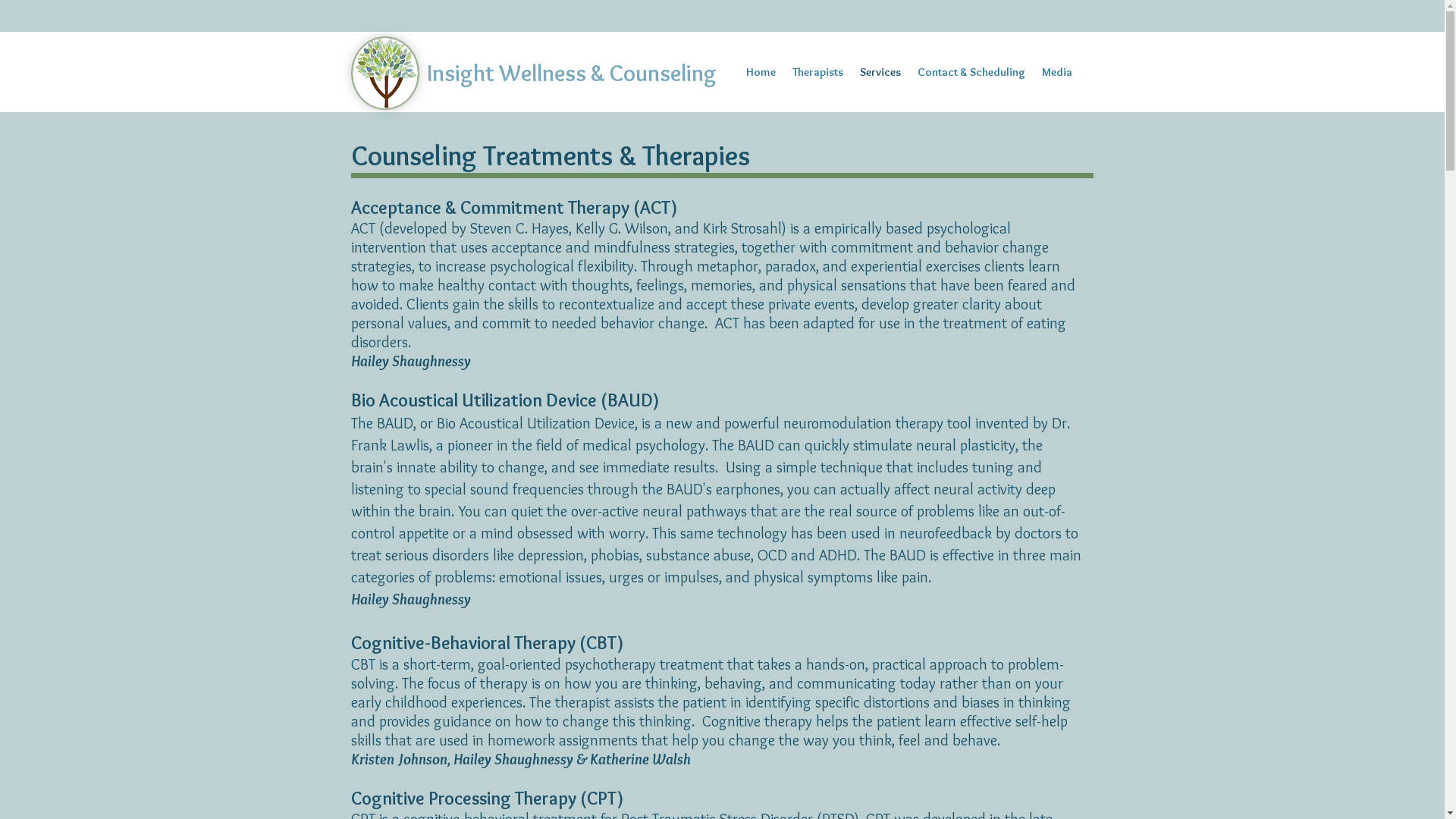 This screenshot has height=819, width=1456. I want to click on 'Home', so click(736, 72).